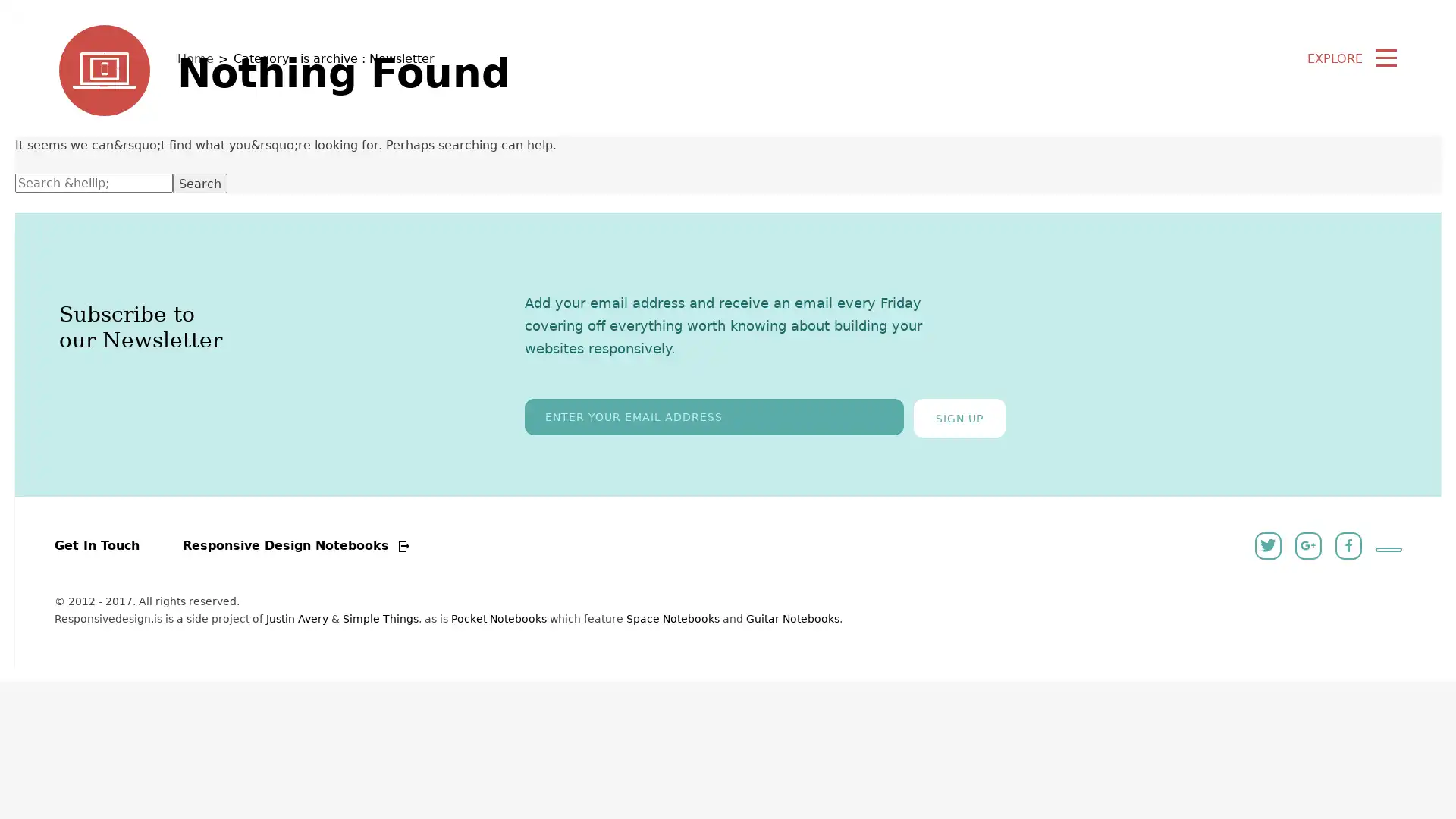 Image resolution: width=1456 pixels, height=819 pixels. Describe the element at coordinates (959, 418) in the screenshot. I see `SIGN UP` at that location.